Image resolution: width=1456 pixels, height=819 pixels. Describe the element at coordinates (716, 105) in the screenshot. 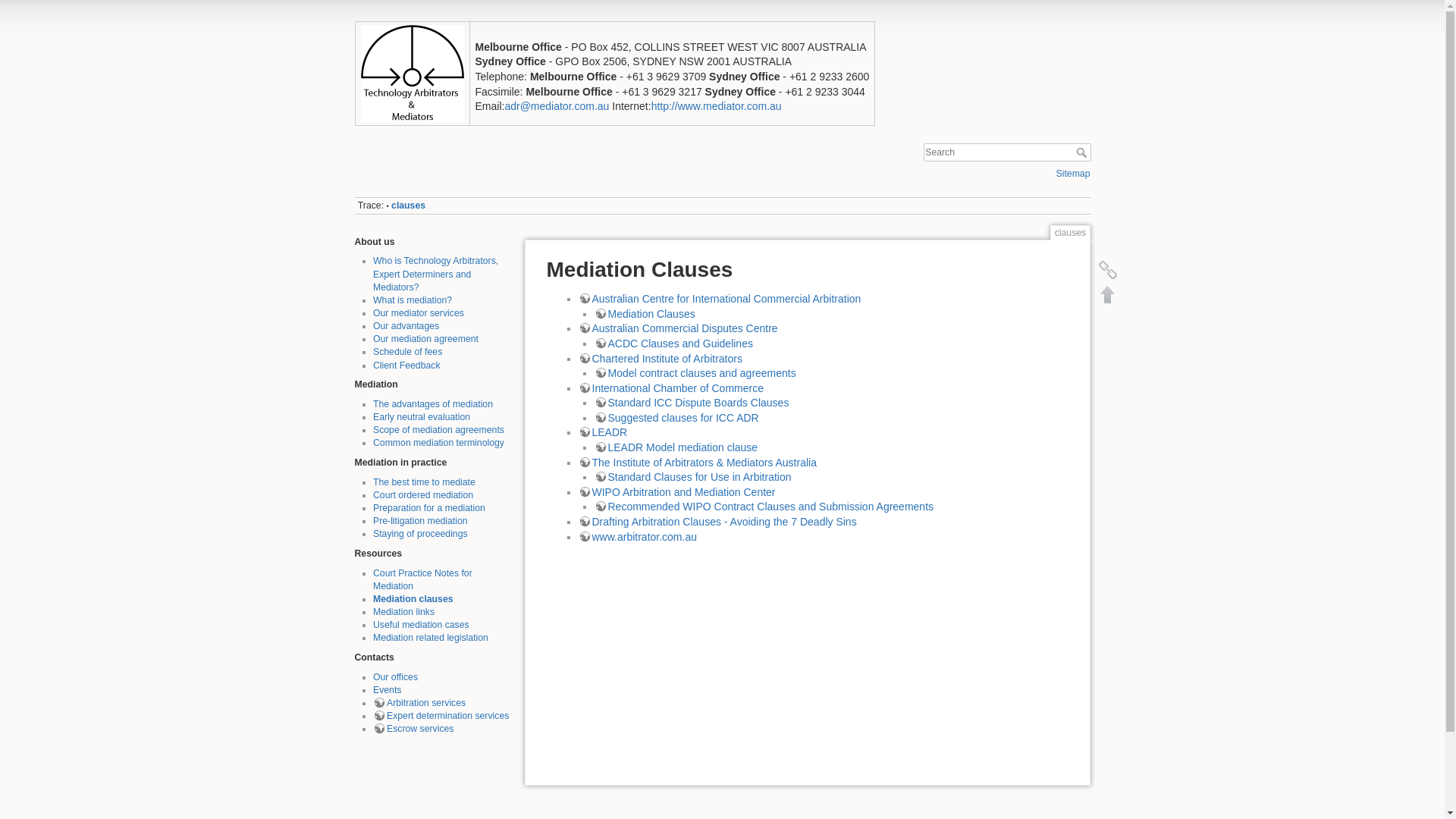

I see `'http://www.mediator.com.au'` at that location.